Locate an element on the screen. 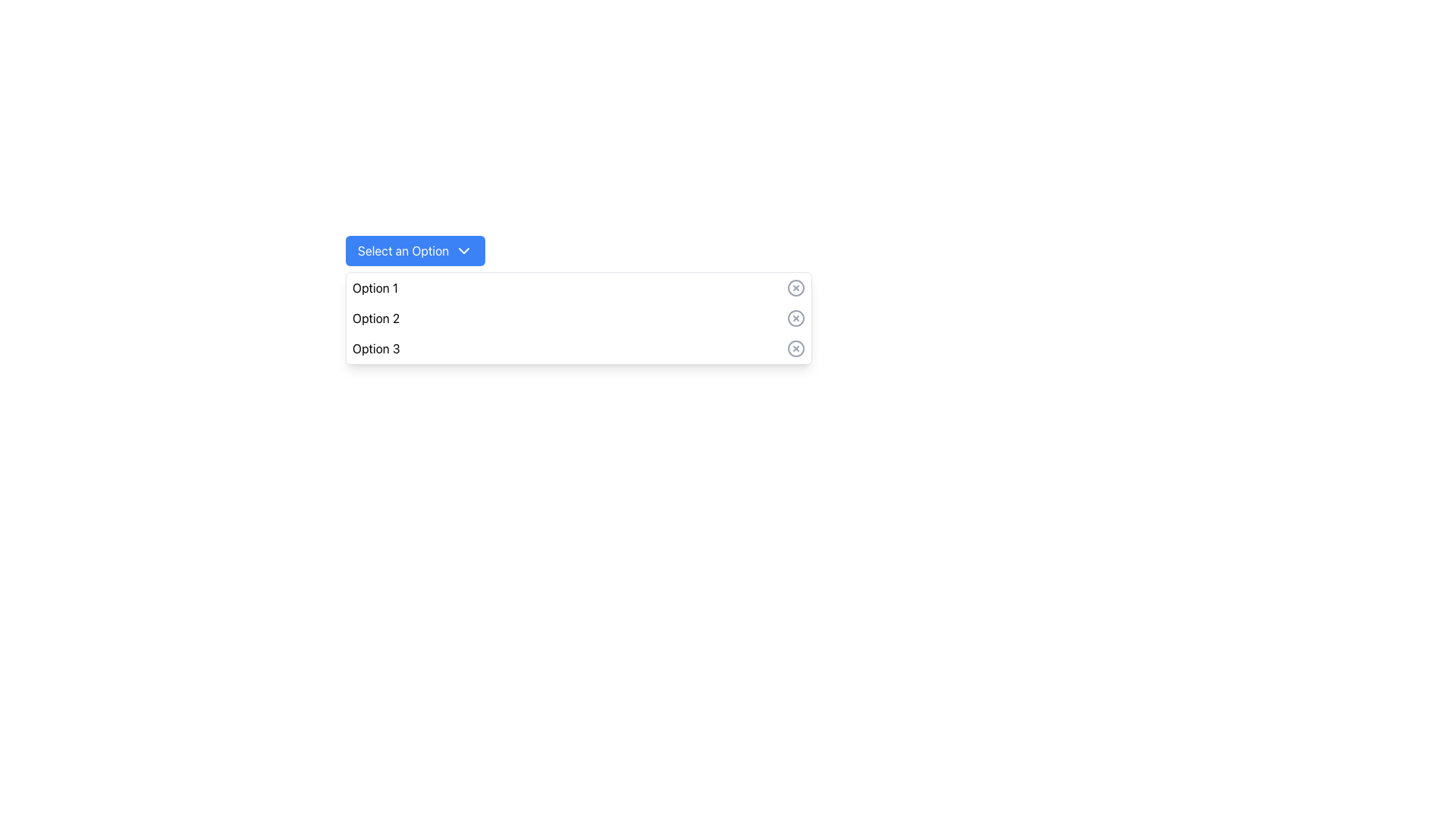 Image resolution: width=1456 pixels, height=819 pixels. the delete icon associated with 'Option 1' in the dropdown is located at coordinates (795, 288).